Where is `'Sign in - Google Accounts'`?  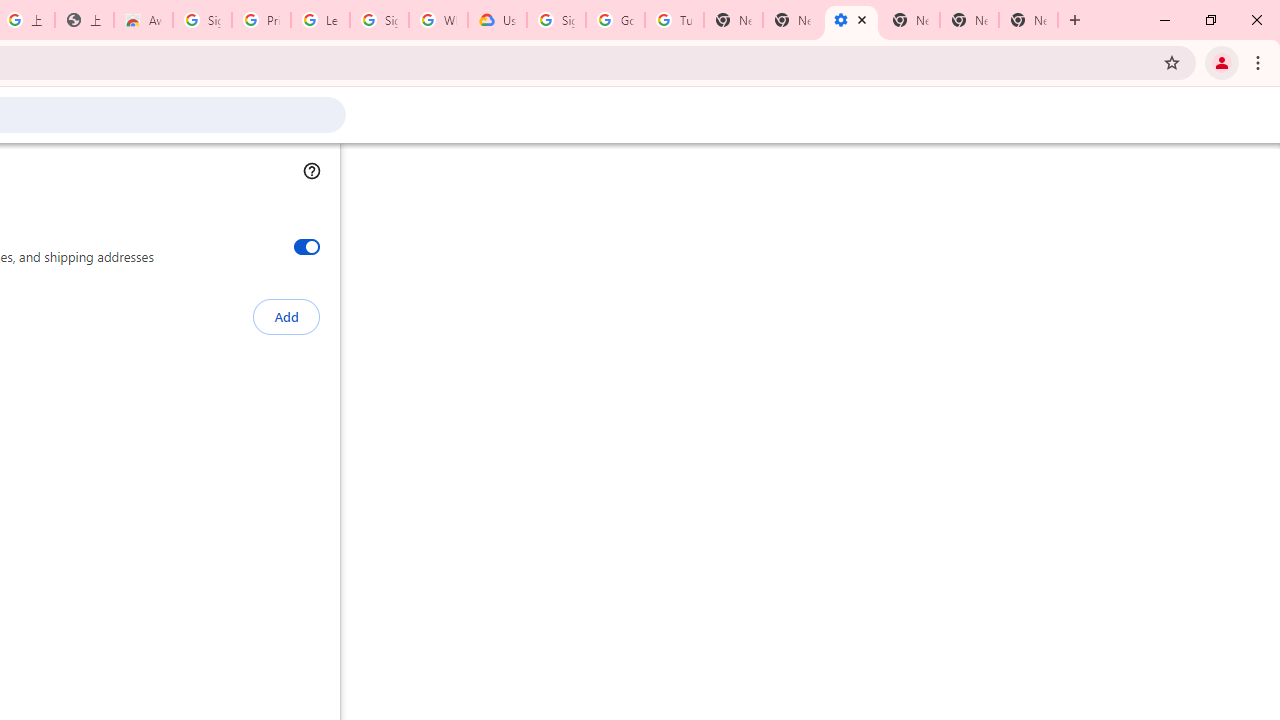 'Sign in - Google Accounts' is located at coordinates (379, 20).